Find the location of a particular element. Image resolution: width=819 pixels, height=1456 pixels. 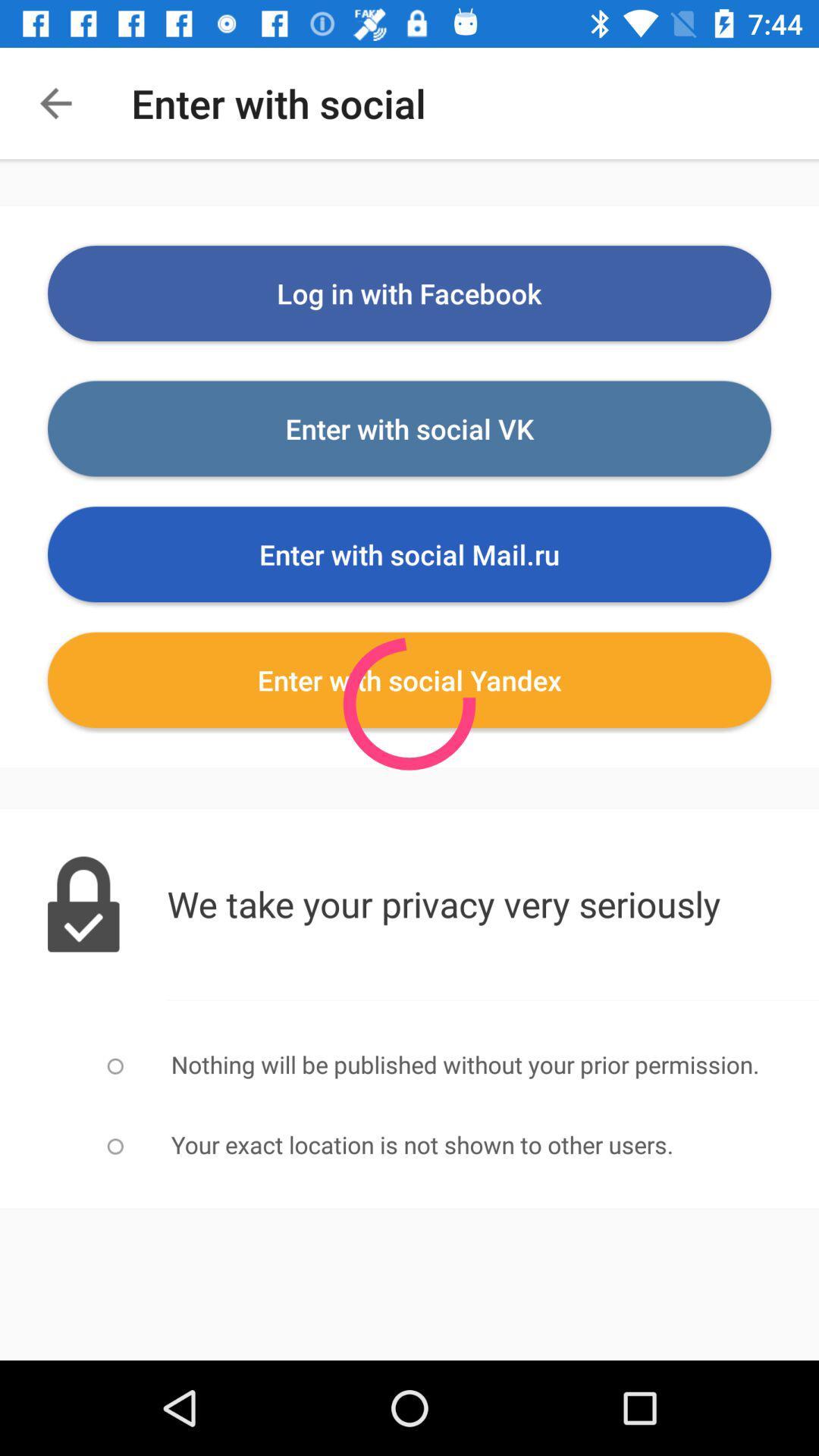

icon above the enter with social item is located at coordinates (409, 293).